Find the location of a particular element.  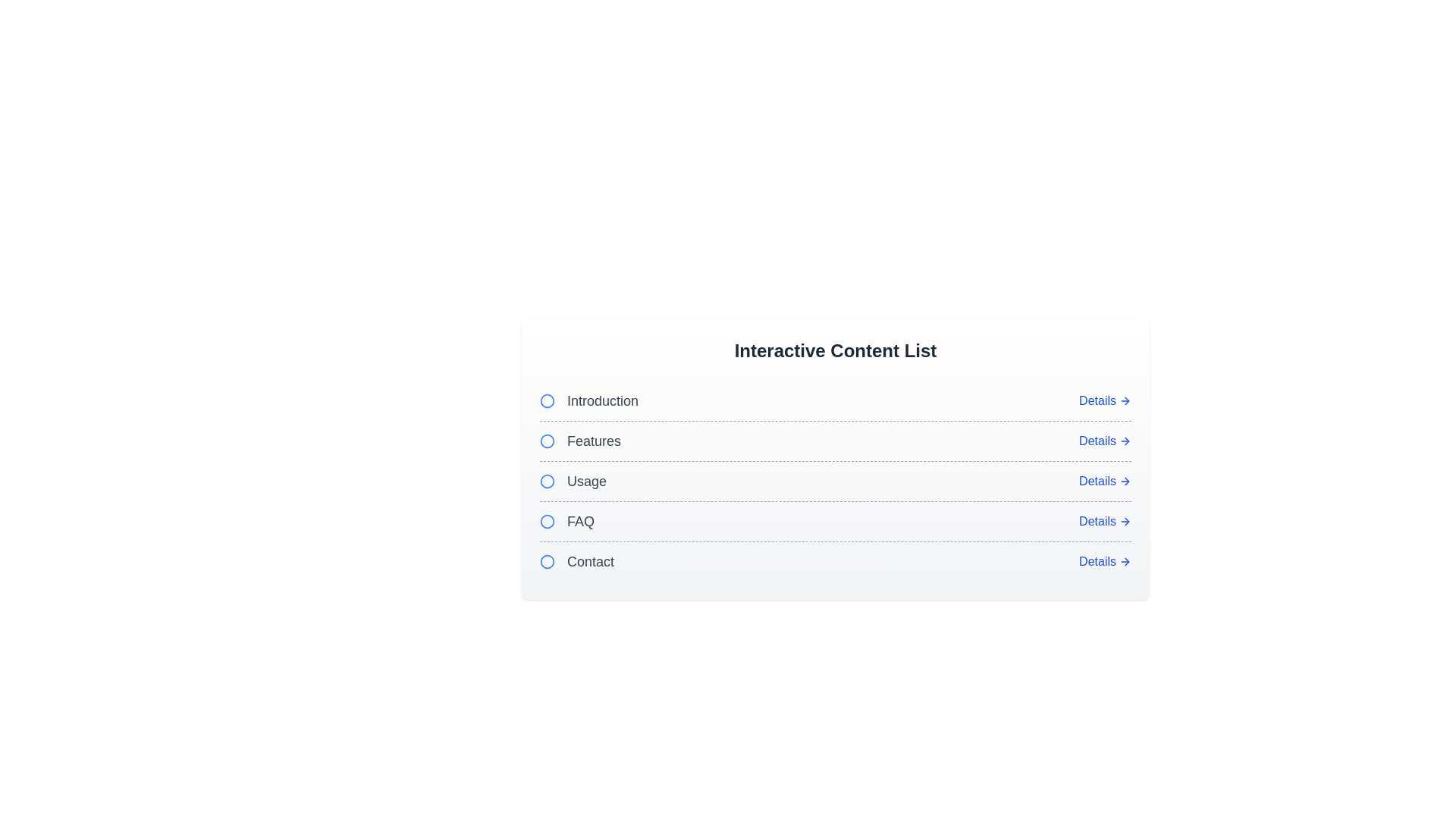

the 'Contact' text label in the fifth row of the 'Interactive Content List', which is styled in medium gray and bold, with a blue circle icon to its left is located at coordinates (576, 561).